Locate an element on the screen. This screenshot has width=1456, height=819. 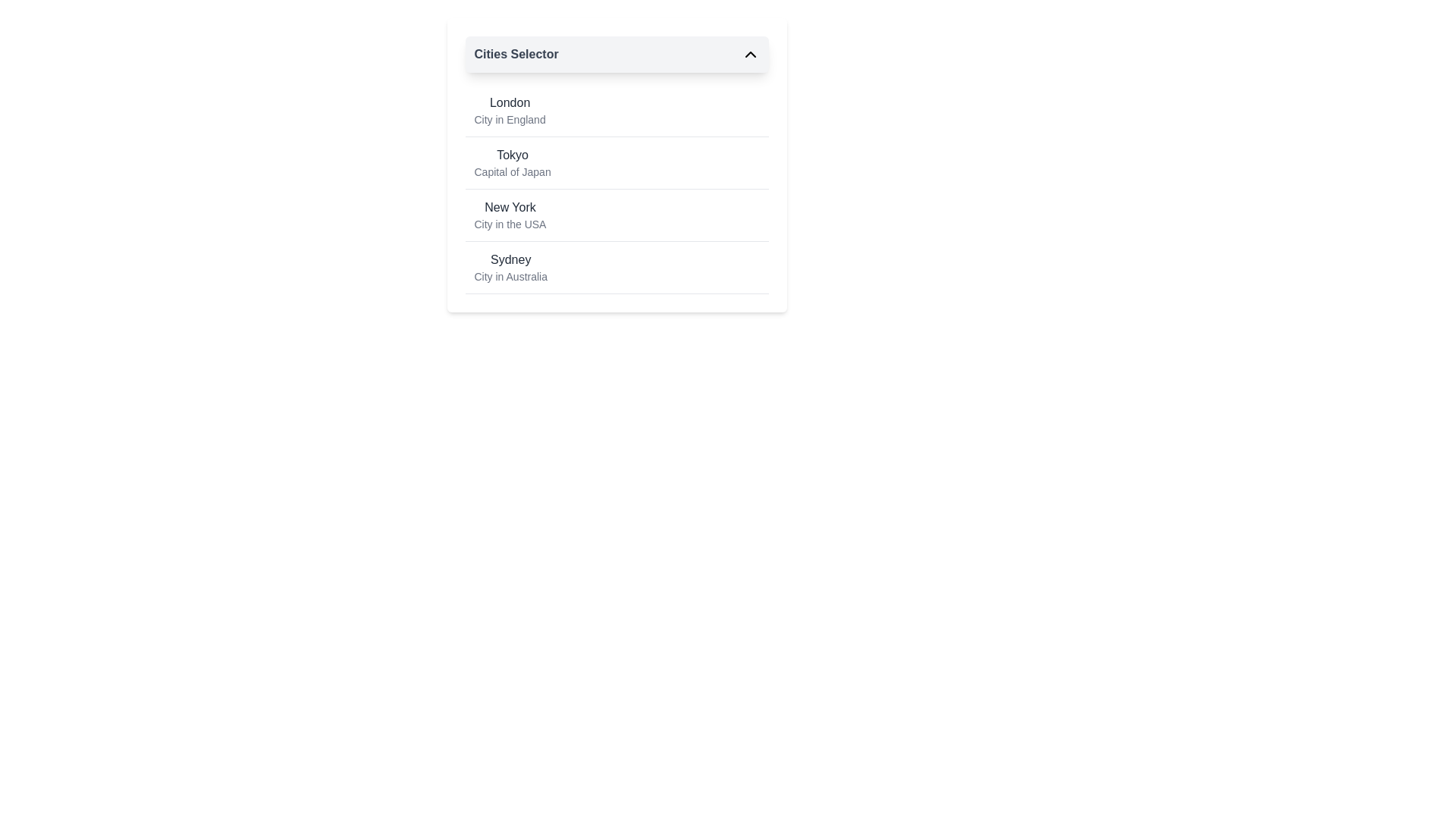
the second list item in the 'Cities Selector' drop-down, which displays city names like 'Tokyo' and their descriptions is located at coordinates (617, 165).